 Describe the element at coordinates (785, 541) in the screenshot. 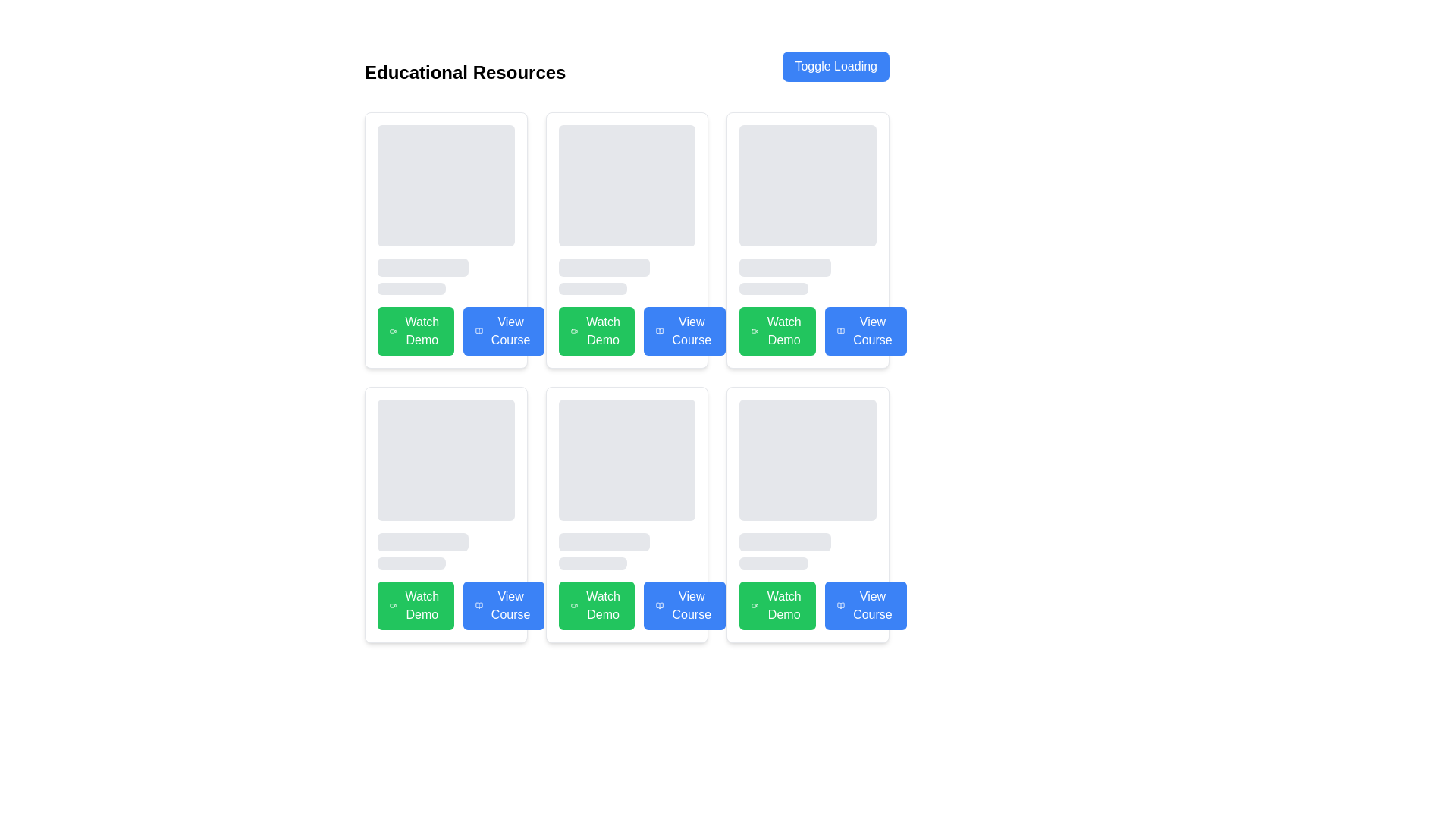

I see `the Placeholder block located in the bottom-right card of the grid layout, which is the second of three sibling elements` at that location.